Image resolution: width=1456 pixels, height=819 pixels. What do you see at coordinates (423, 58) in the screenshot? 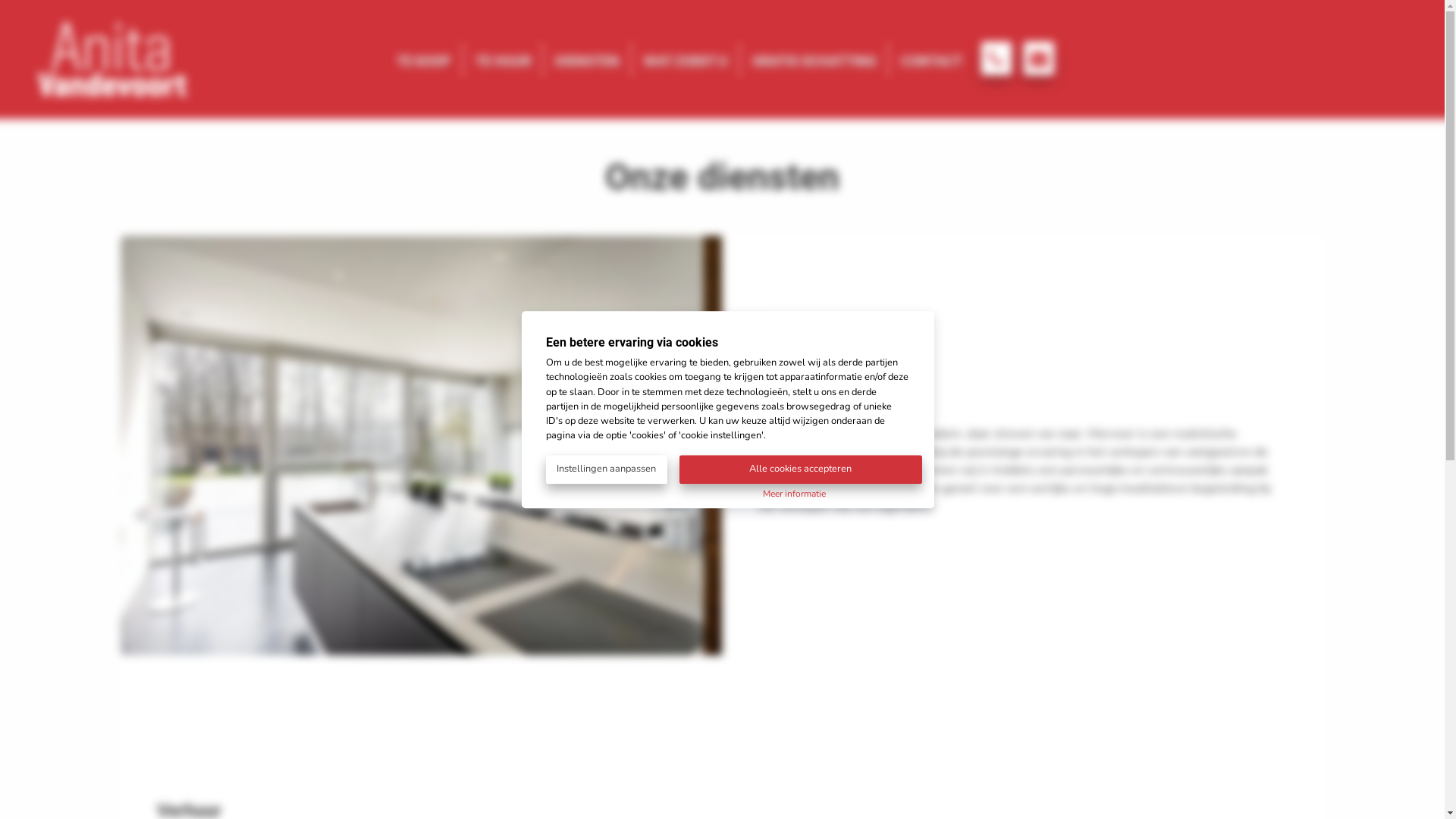
I see `'TE KOOP'` at bounding box center [423, 58].